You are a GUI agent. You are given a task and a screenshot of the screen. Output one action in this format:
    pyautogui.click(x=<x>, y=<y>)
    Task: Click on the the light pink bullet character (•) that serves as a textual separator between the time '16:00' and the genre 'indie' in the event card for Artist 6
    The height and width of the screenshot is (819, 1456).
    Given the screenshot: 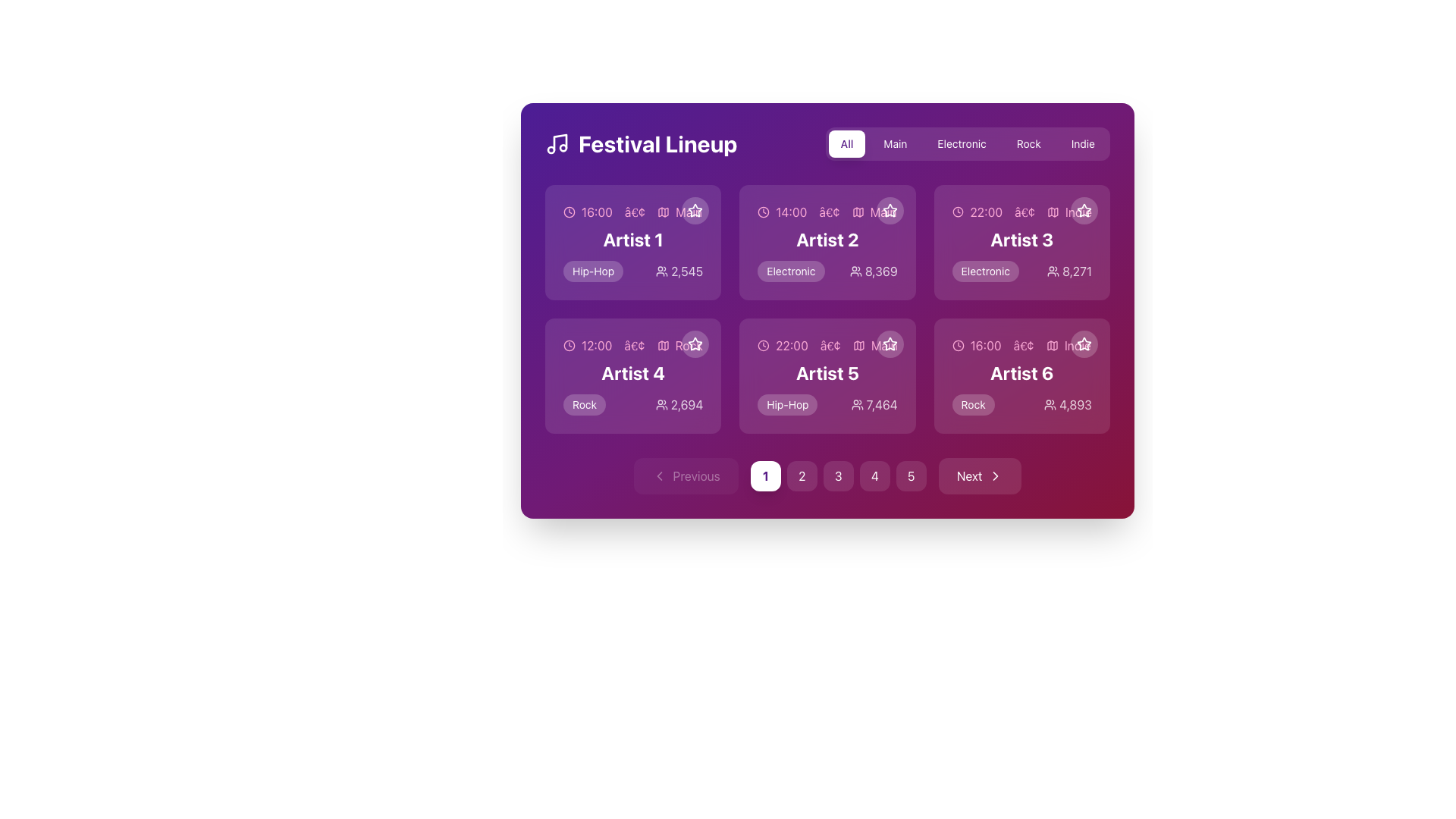 What is the action you would take?
    pyautogui.click(x=1024, y=345)
    